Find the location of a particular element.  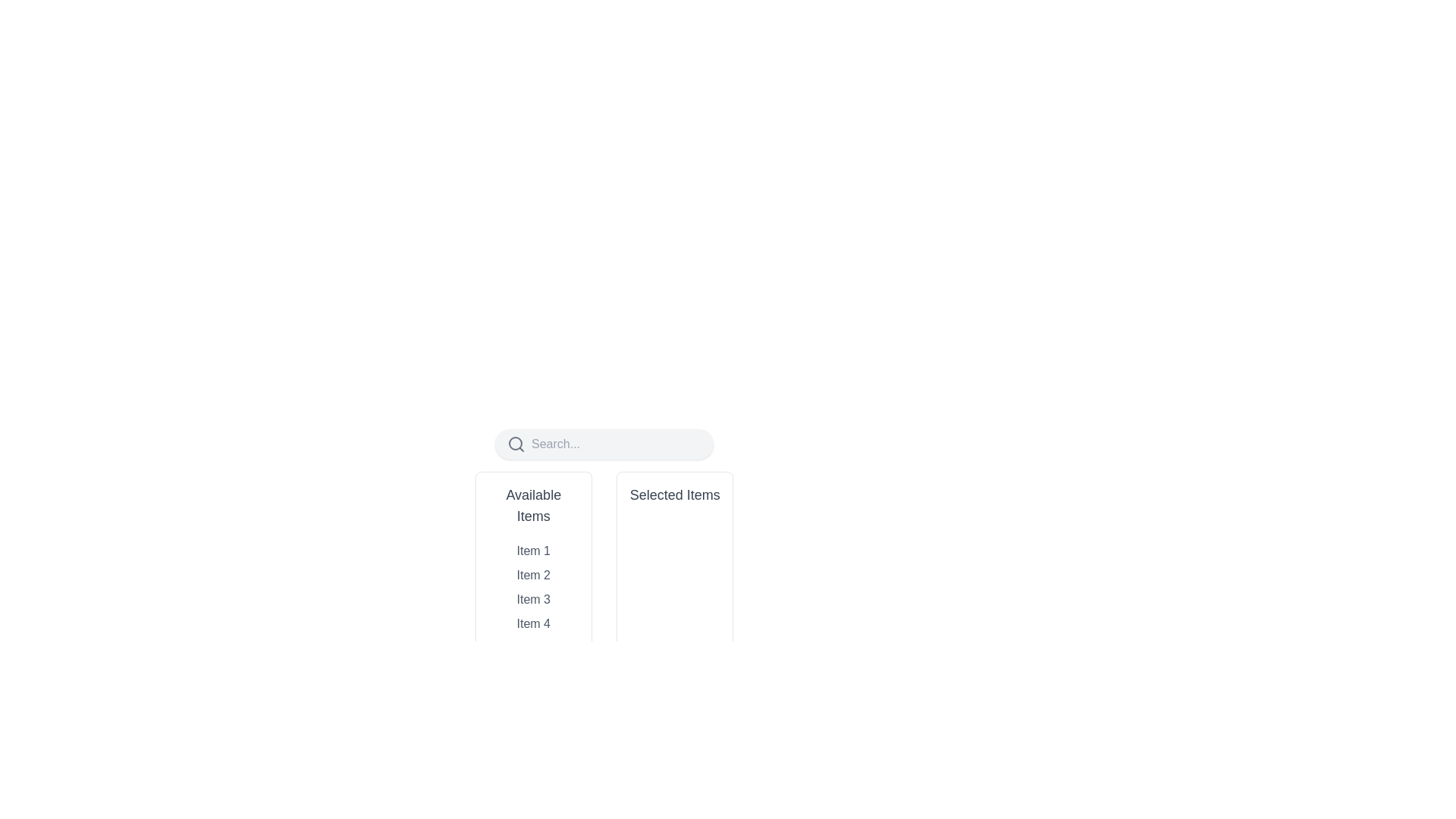

the first row item displaying 'Item 1' in the 'Available Items' column is located at coordinates (533, 551).